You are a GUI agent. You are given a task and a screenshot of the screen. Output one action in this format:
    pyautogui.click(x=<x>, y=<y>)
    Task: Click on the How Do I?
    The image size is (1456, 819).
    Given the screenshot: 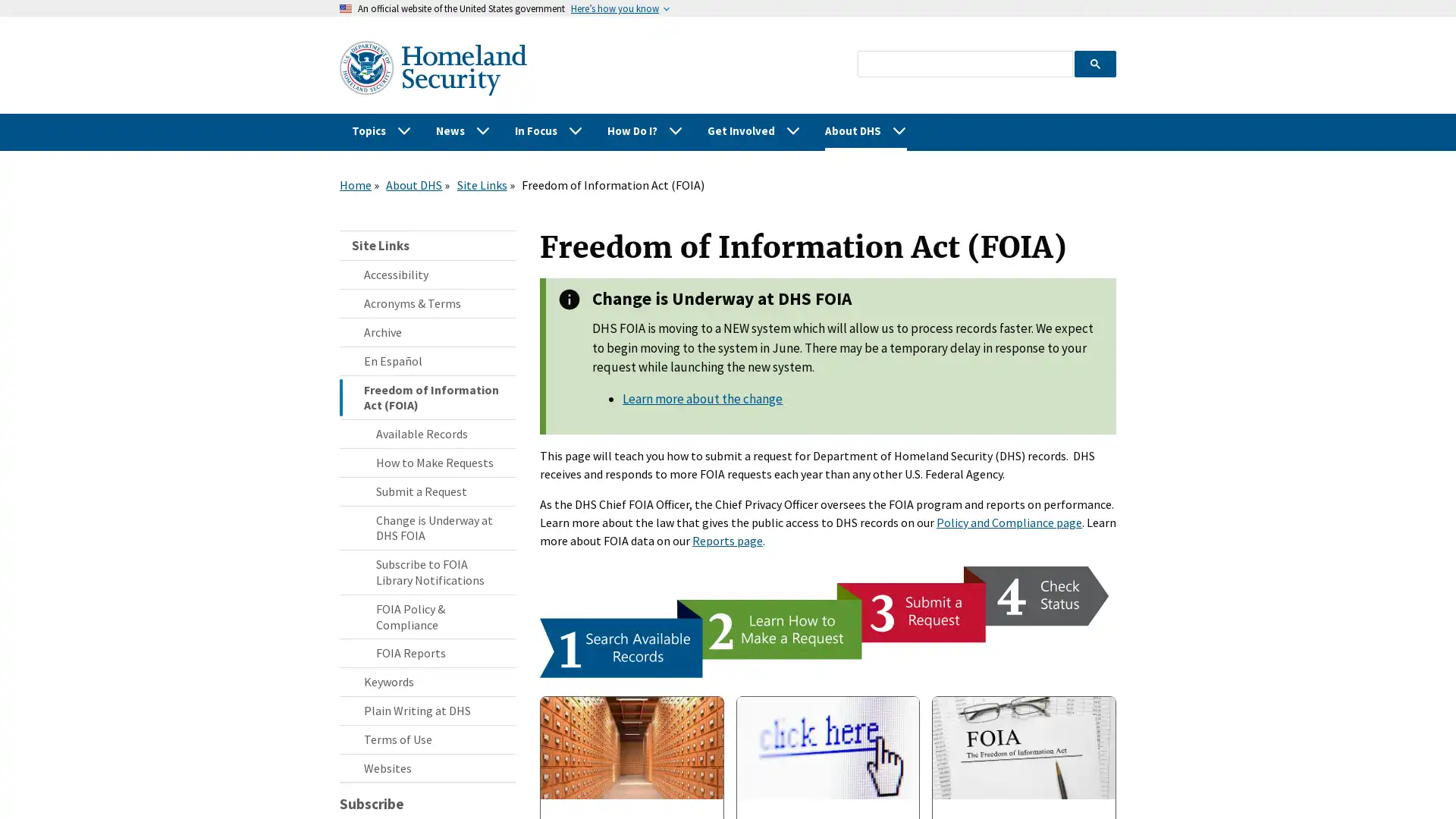 What is the action you would take?
    pyautogui.click(x=645, y=130)
    